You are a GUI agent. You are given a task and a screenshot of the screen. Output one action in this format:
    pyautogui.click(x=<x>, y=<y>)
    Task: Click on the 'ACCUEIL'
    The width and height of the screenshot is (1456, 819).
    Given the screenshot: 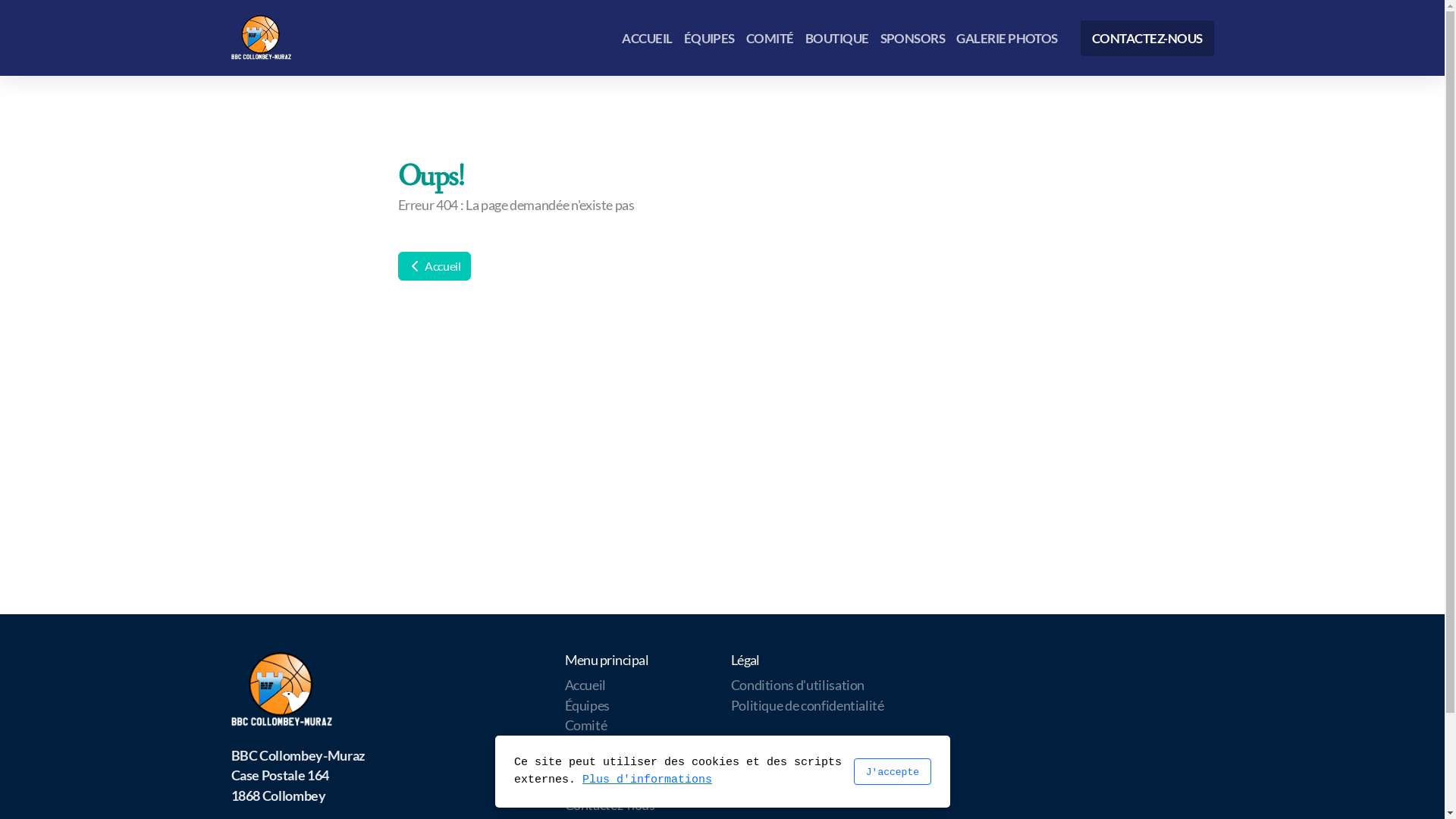 What is the action you would take?
    pyautogui.click(x=647, y=36)
    